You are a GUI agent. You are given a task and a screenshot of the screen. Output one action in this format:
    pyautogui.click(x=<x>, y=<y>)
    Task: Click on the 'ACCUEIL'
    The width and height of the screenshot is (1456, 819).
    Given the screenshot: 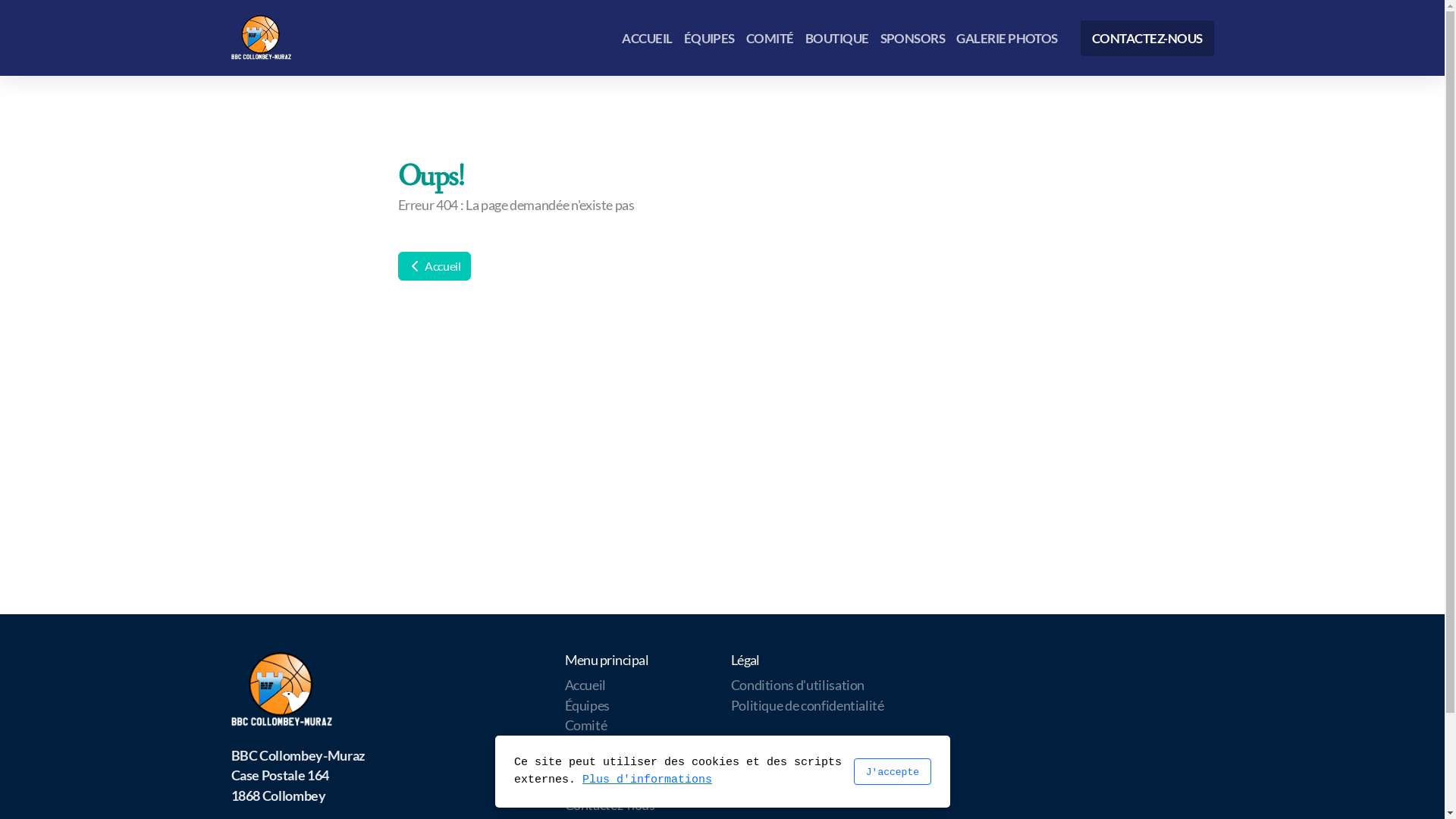 What is the action you would take?
    pyautogui.click(x=647, y=36)
    